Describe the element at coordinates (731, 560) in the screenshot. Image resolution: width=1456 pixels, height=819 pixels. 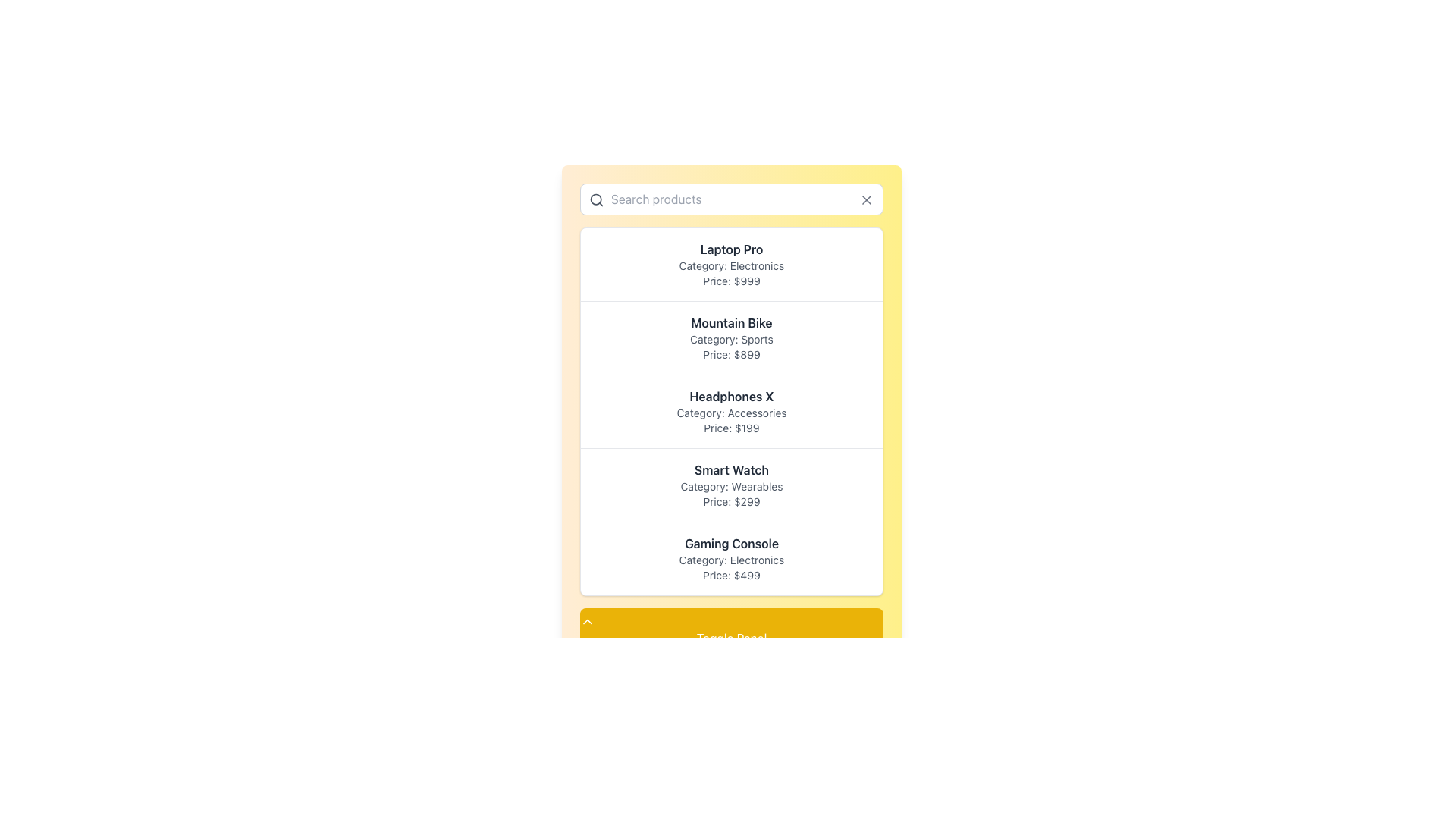
I see `the Text Label that categorizes the product as 'Electronics', located below the title 'Gaming Console' and above the price information in the product listing card` at that location.